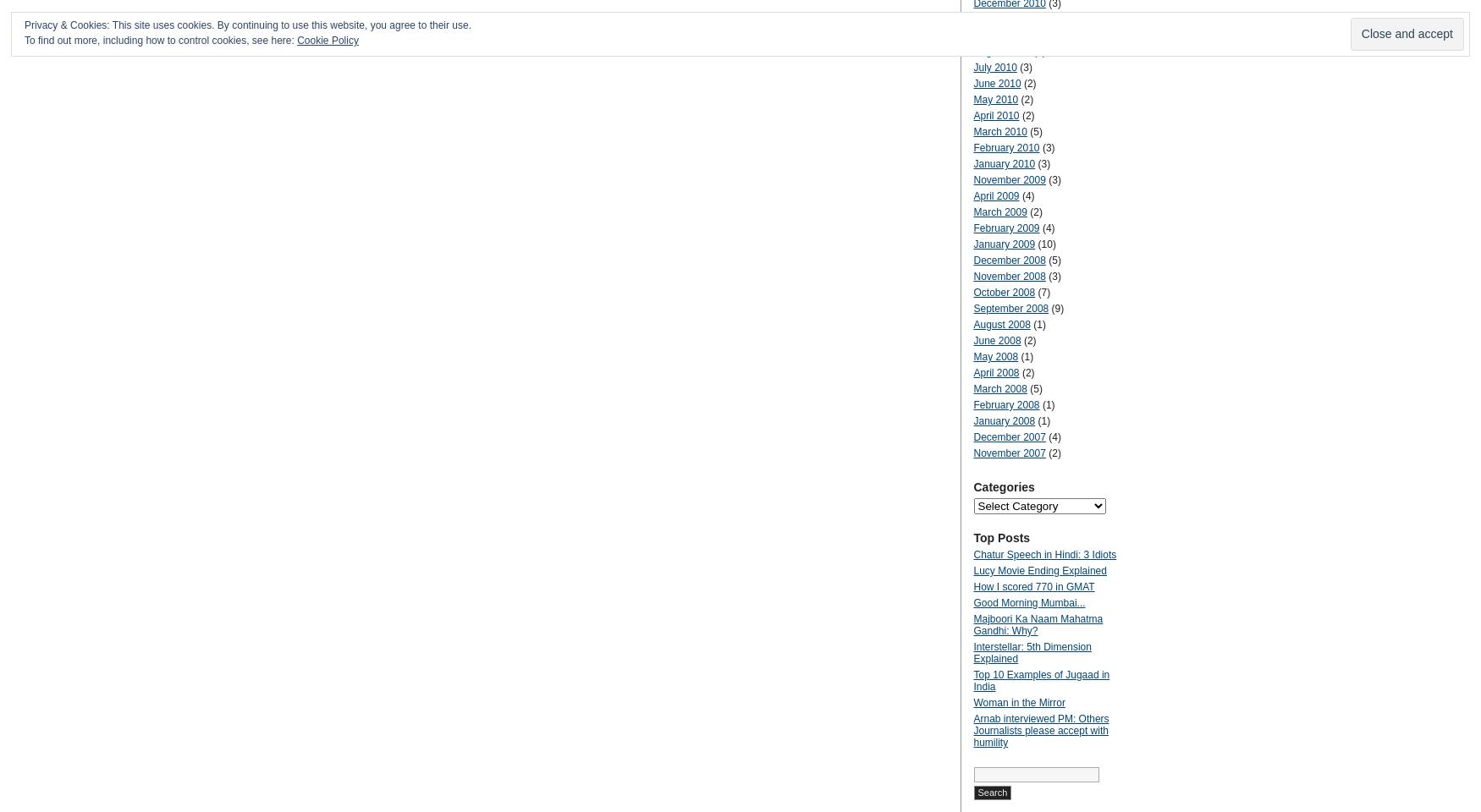  Describe the element at coordinates (1009, 19) in the screenshot. I see `'November 2010'` at that location.